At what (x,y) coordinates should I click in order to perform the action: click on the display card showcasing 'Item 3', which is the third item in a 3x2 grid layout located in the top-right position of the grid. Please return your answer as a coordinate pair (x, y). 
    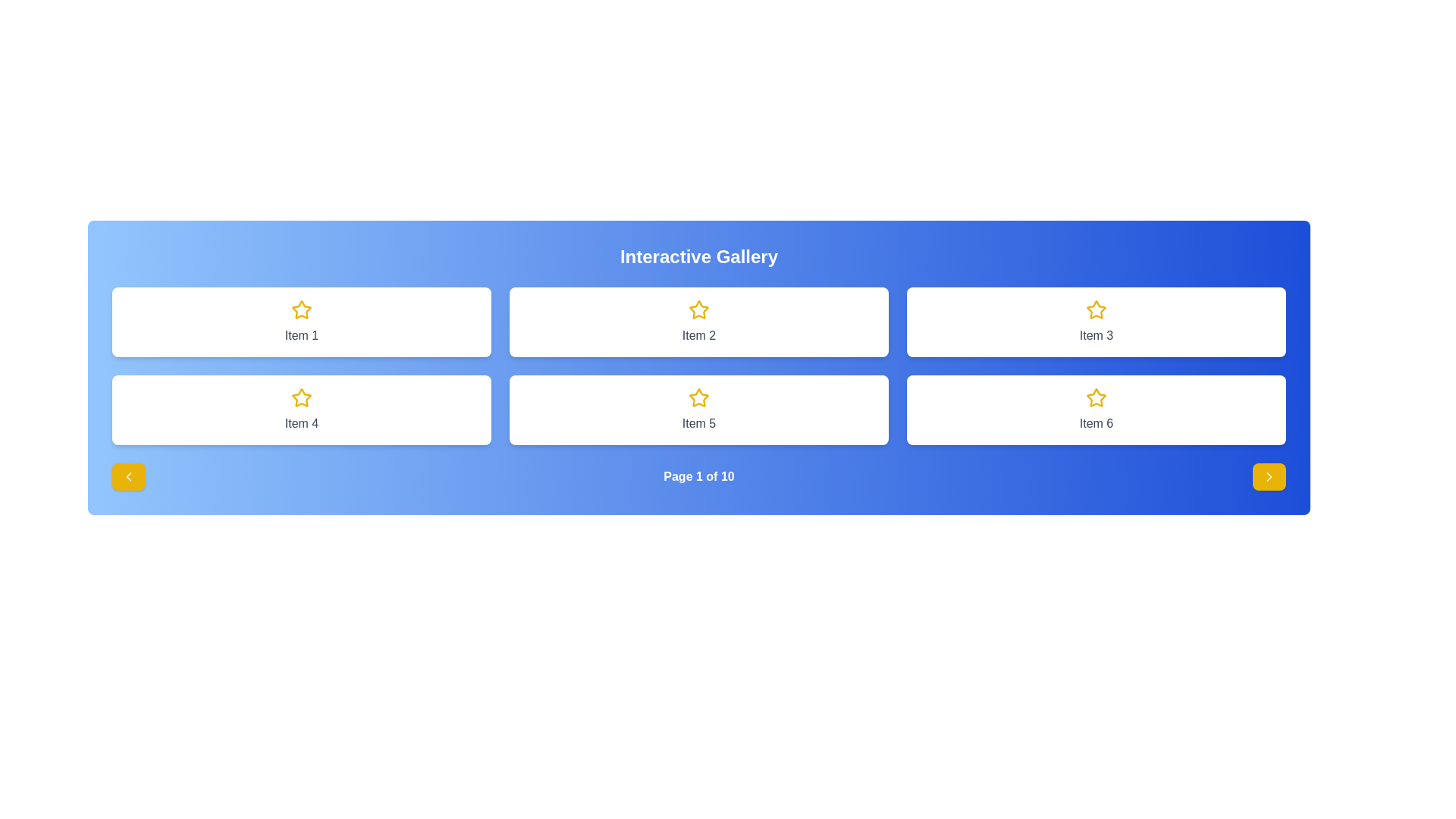
    Looking at the image, I should click on (1096, 321).